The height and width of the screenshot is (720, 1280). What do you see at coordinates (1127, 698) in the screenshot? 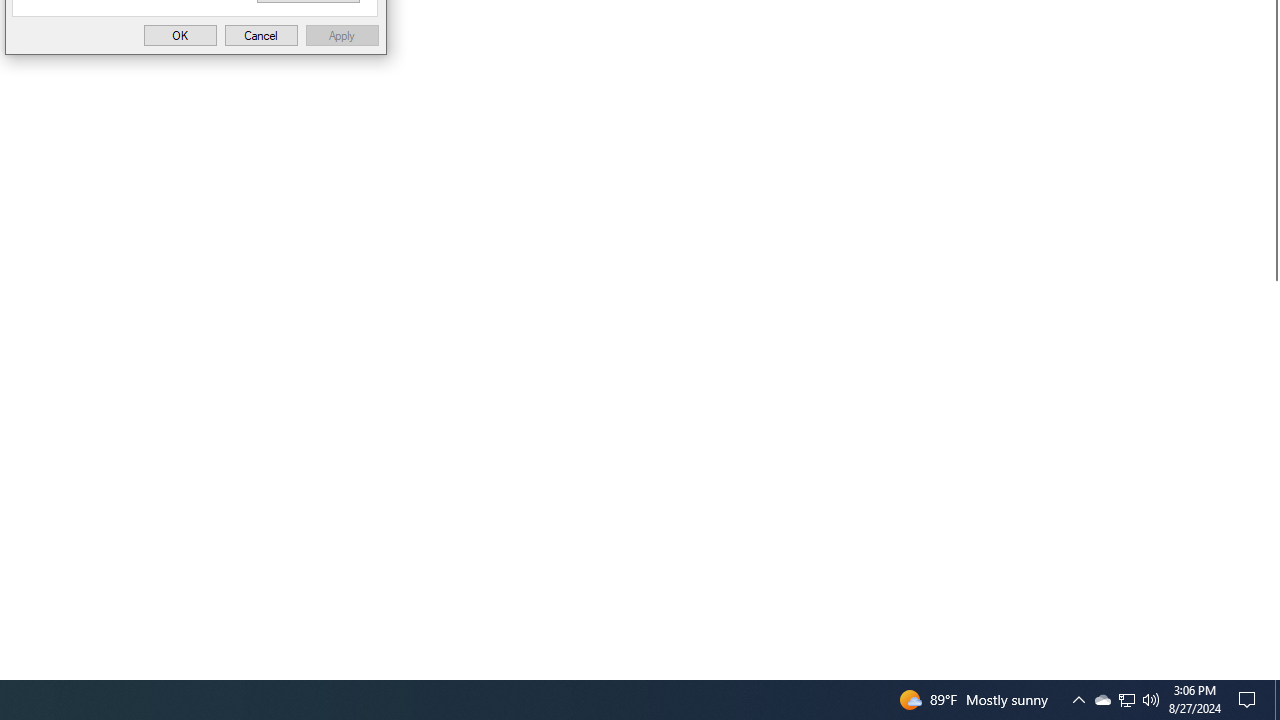
I see `'Q2790: 100%'` at bounding box center [1127, 698].